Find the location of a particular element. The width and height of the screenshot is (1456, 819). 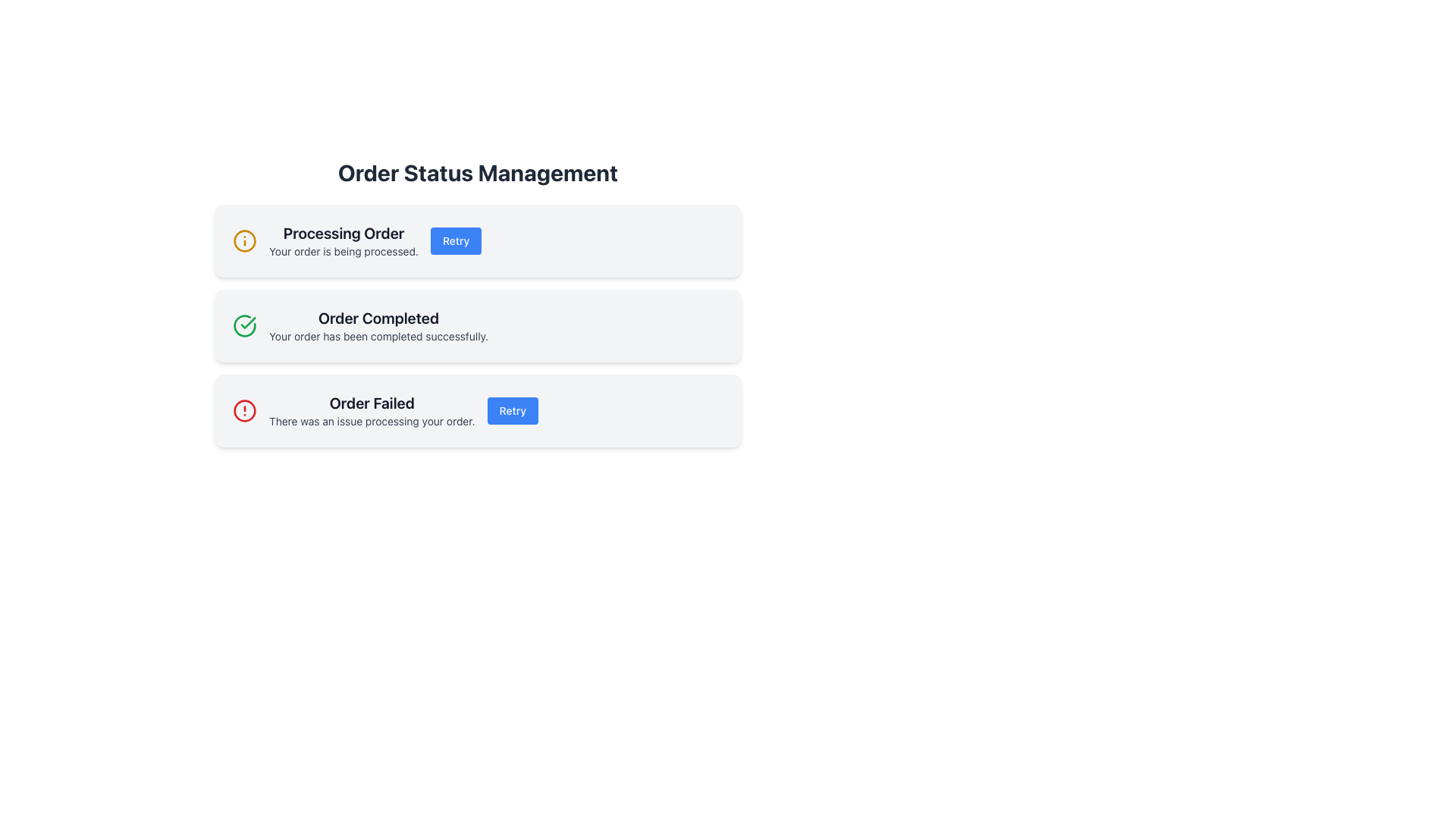

error message displayed in the static text located at the bottom of the 'Order Failed' notification box, which is aligned to the left and positioned directly under the 'Order Failed' header is located at coordinates (372, 421).